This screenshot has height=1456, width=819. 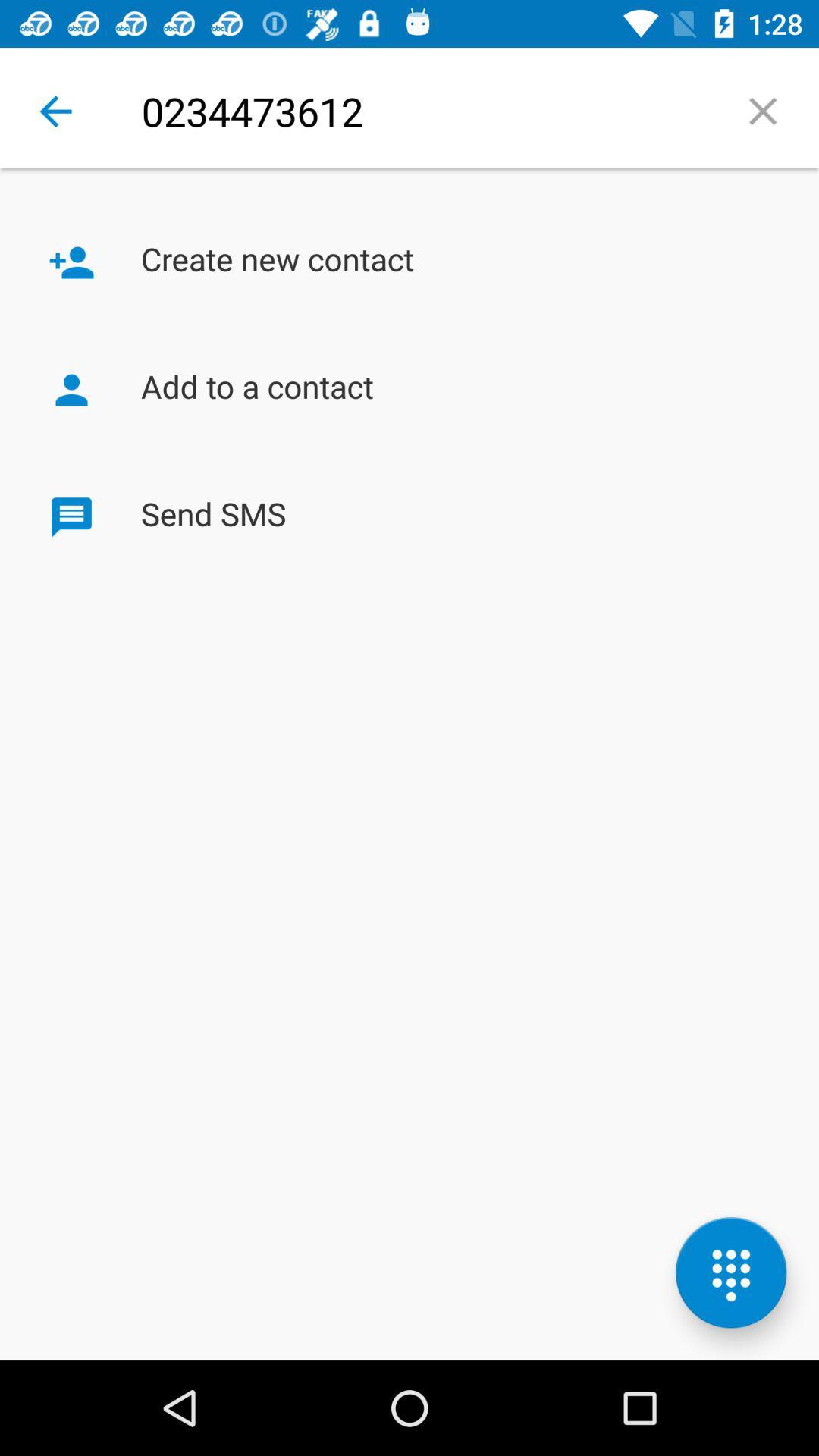 What do you see at coordinates (71, 390) in the screenshot?
I see `the icon in front of text add to a contact` at bounding box center [71, 390].